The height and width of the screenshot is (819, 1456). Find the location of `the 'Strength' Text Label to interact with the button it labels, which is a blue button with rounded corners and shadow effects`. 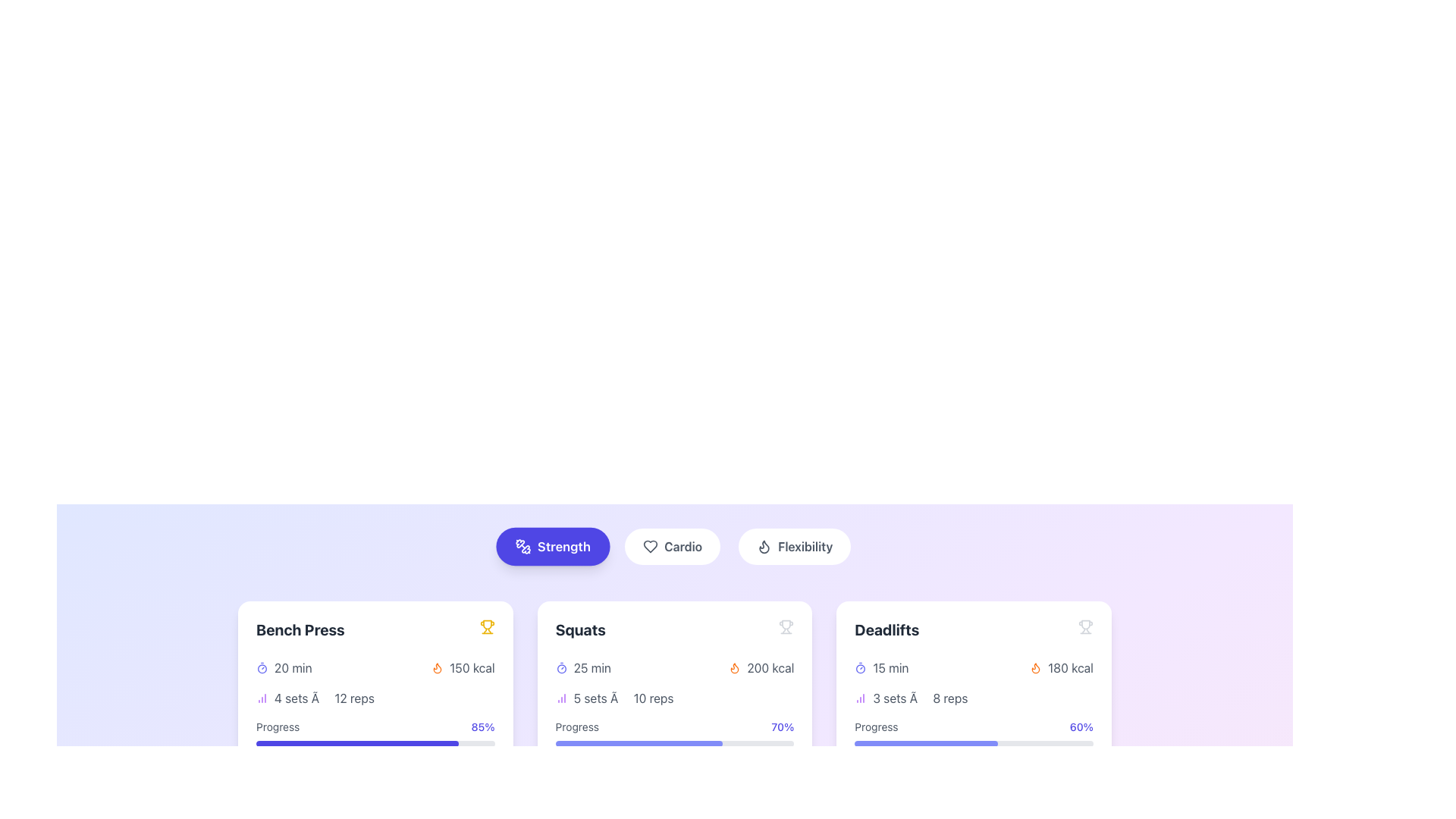

the 'Strength' Text Label to interact with the button it labels, which is a blue button with rounded corners and shadow effects is located at coordinates (563, 547).